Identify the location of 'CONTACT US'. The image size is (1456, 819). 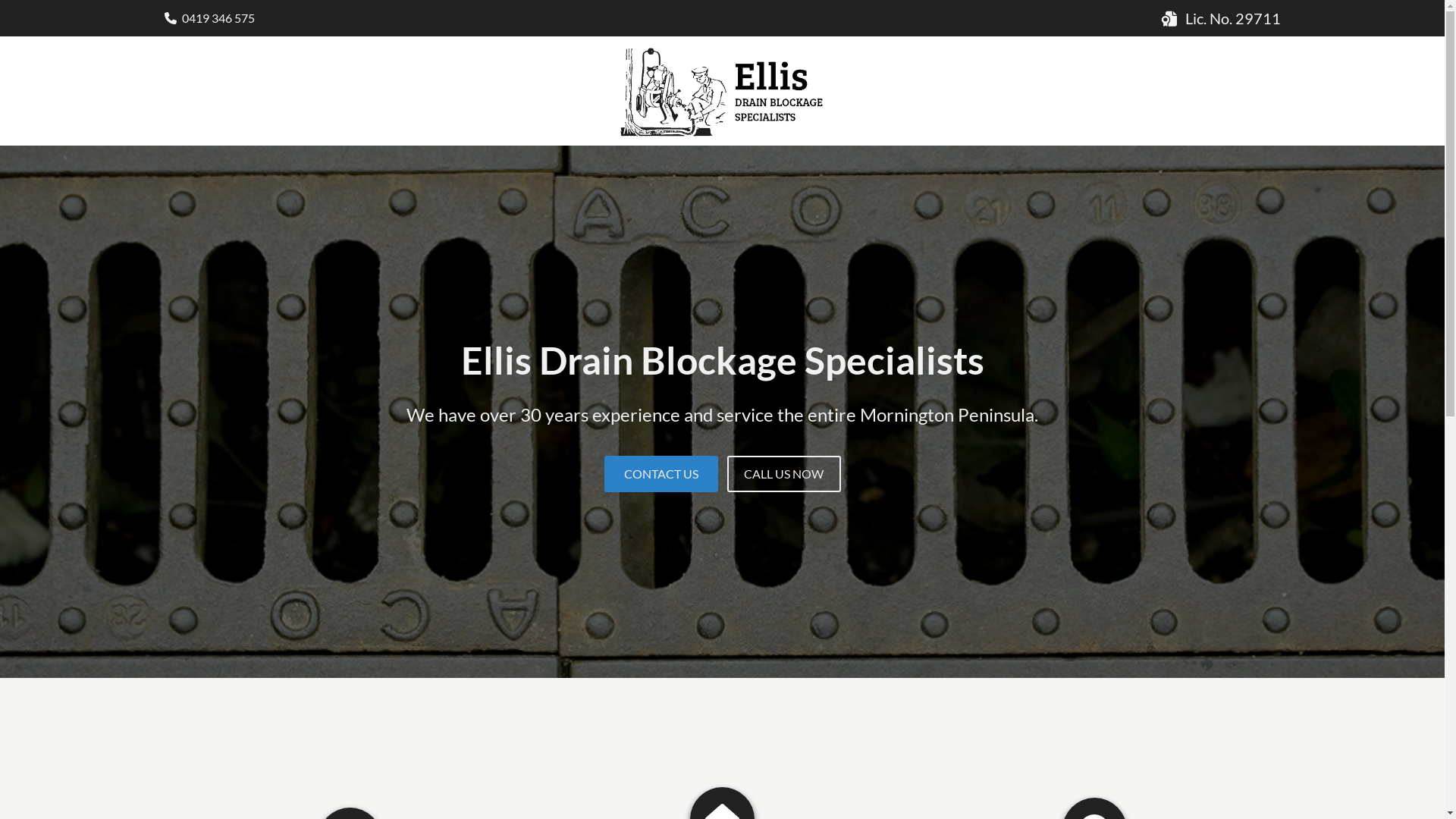
(604, 472).